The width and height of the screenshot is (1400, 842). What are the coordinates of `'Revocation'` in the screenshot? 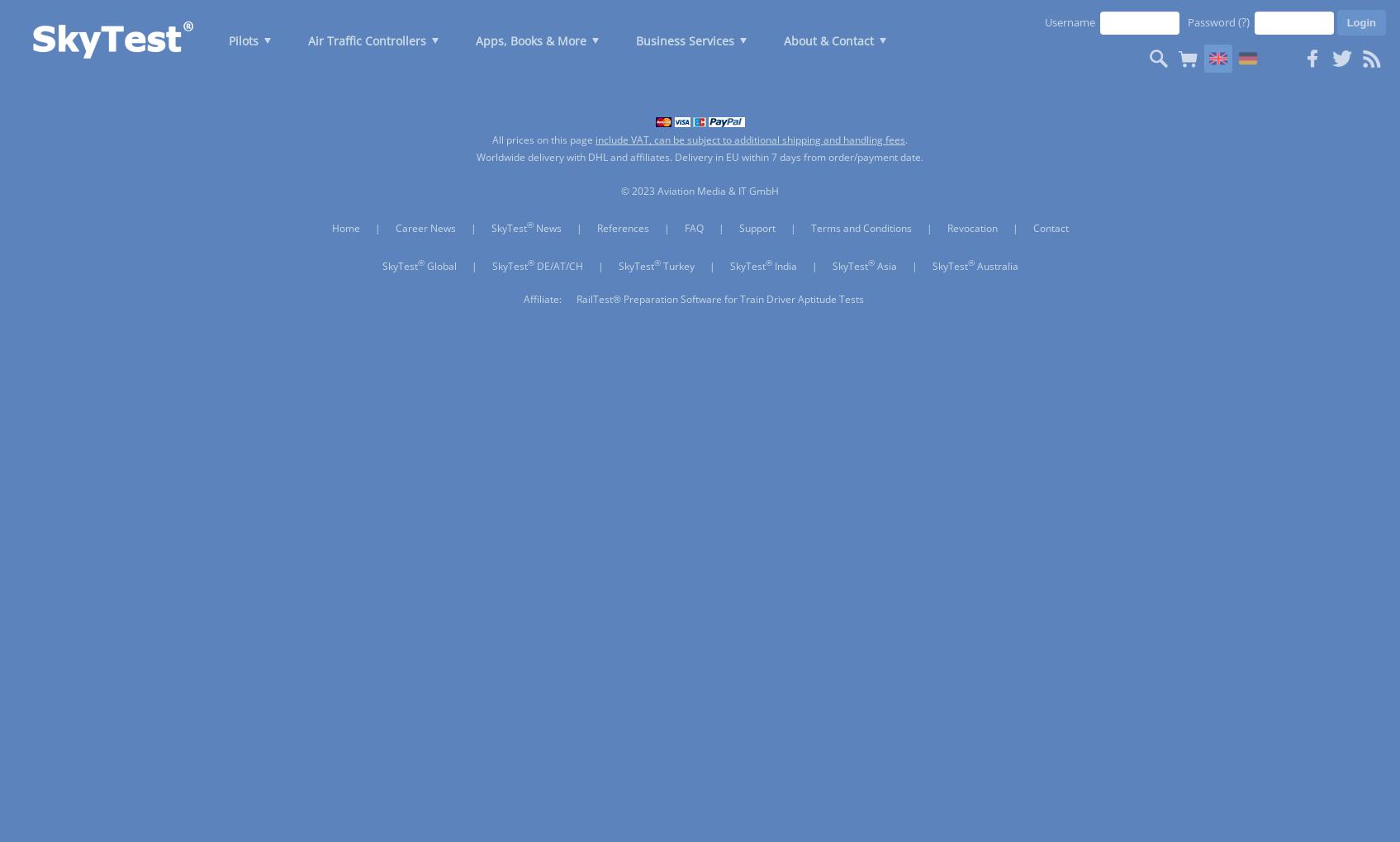 It's located at (971, 227).